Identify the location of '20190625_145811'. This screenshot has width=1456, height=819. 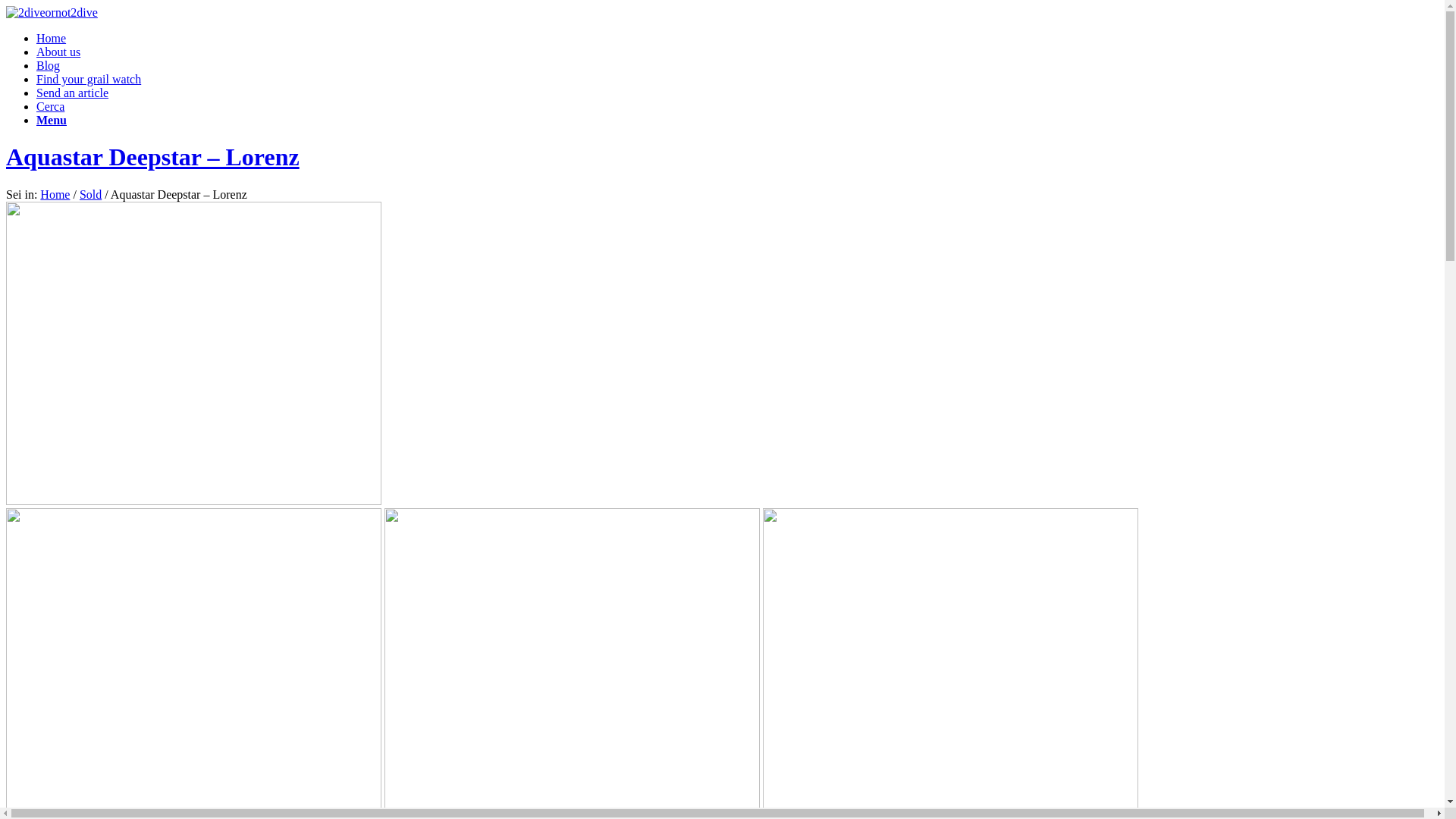
(193, 353).